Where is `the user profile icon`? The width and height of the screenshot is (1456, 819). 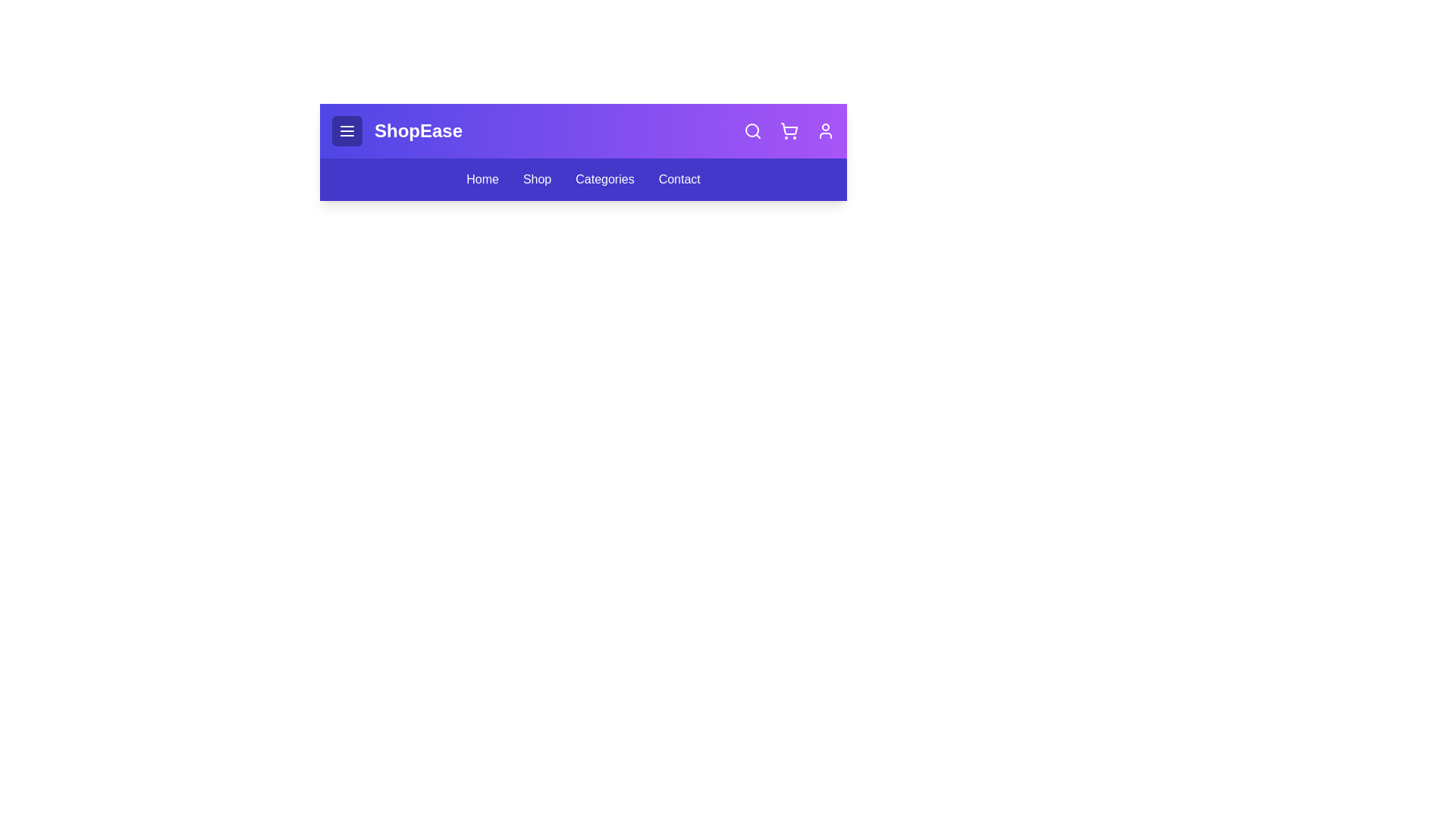 the user profile icon is located at coordinates (825, 130).